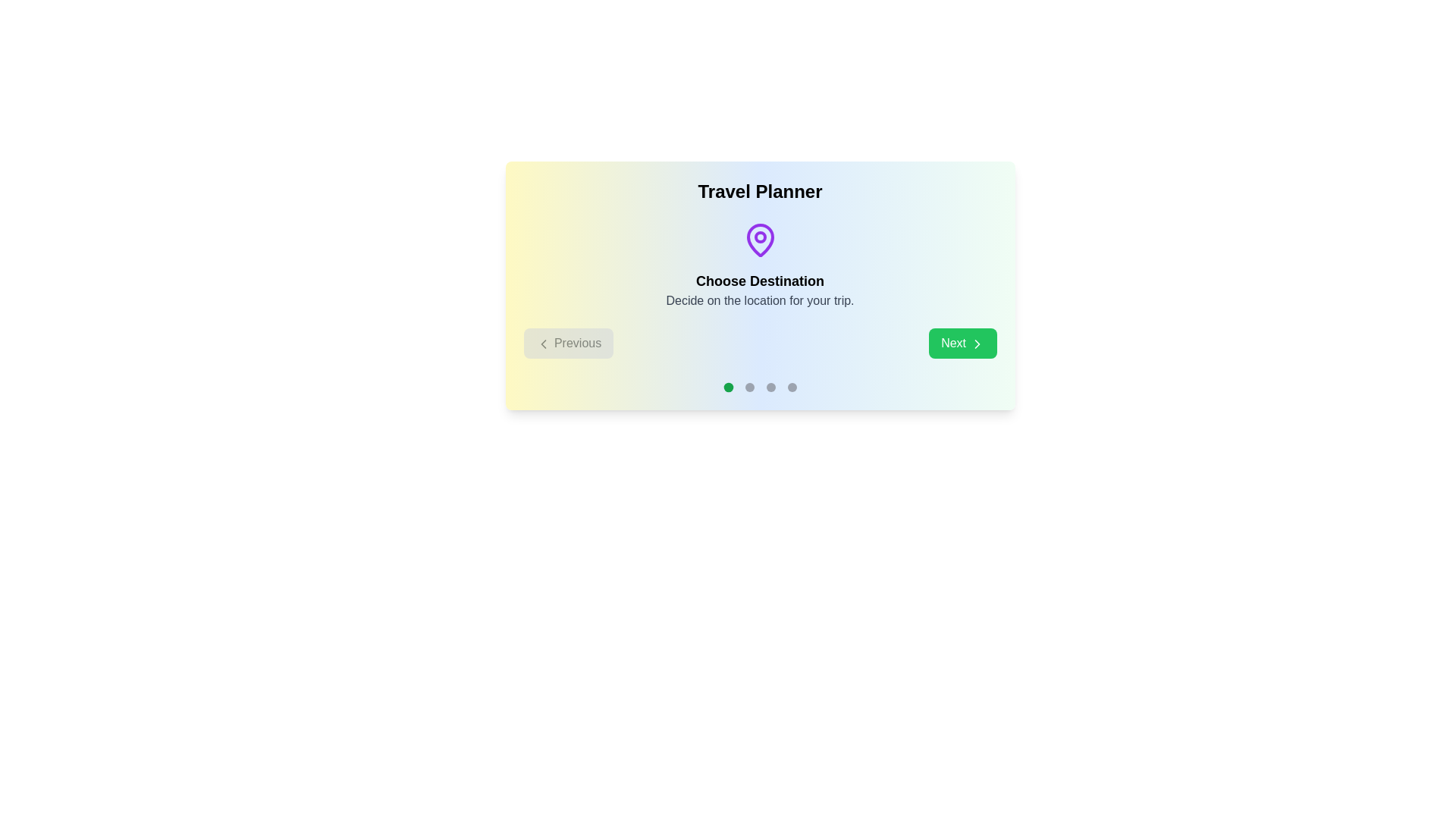 The height and width of the screenshot is (819, 1456). I want to click on the outer part of the map pin icon, which is styled in purple and located beneath the 'Travel Planner' text heading, so click(760, 239).